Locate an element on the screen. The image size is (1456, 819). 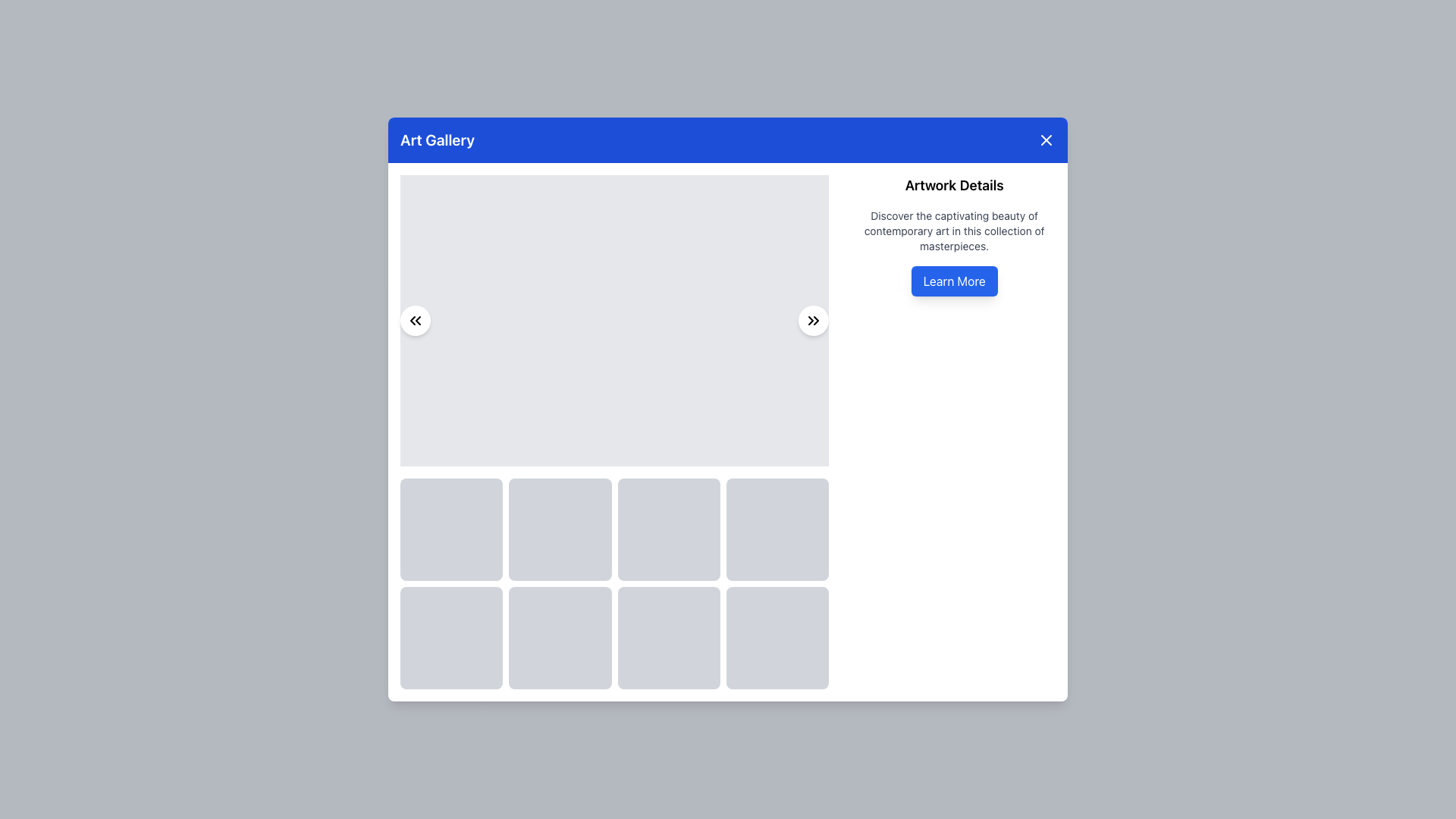
the 'X'-shaped close button icon located in the top-right corner of the blue header bar is located at coordinates (1046, 140).